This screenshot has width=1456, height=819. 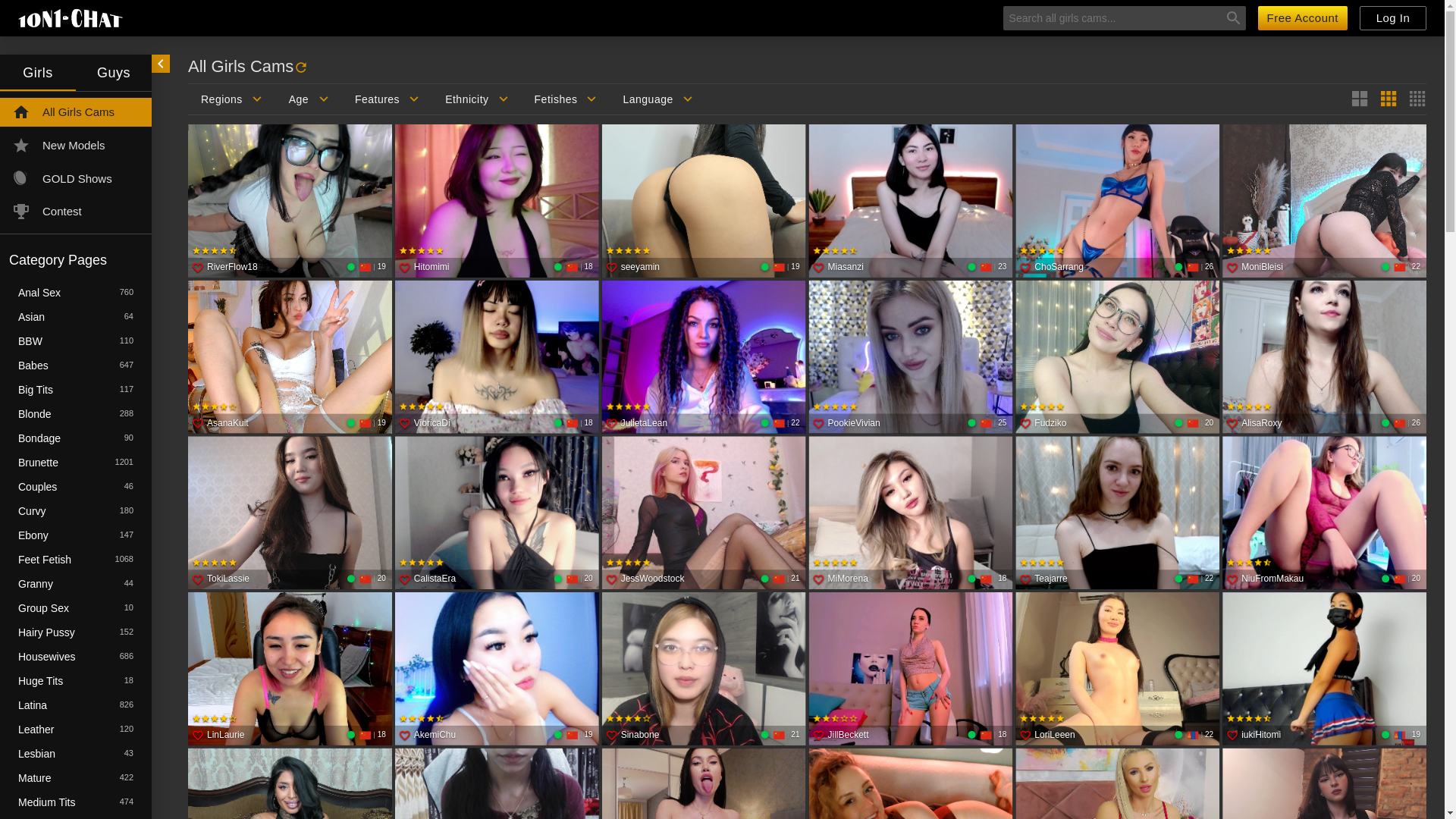 What do you see at coordinates (75, 73) in the screenshot?
I see `'Guys'` at bounding box center [75, 73].